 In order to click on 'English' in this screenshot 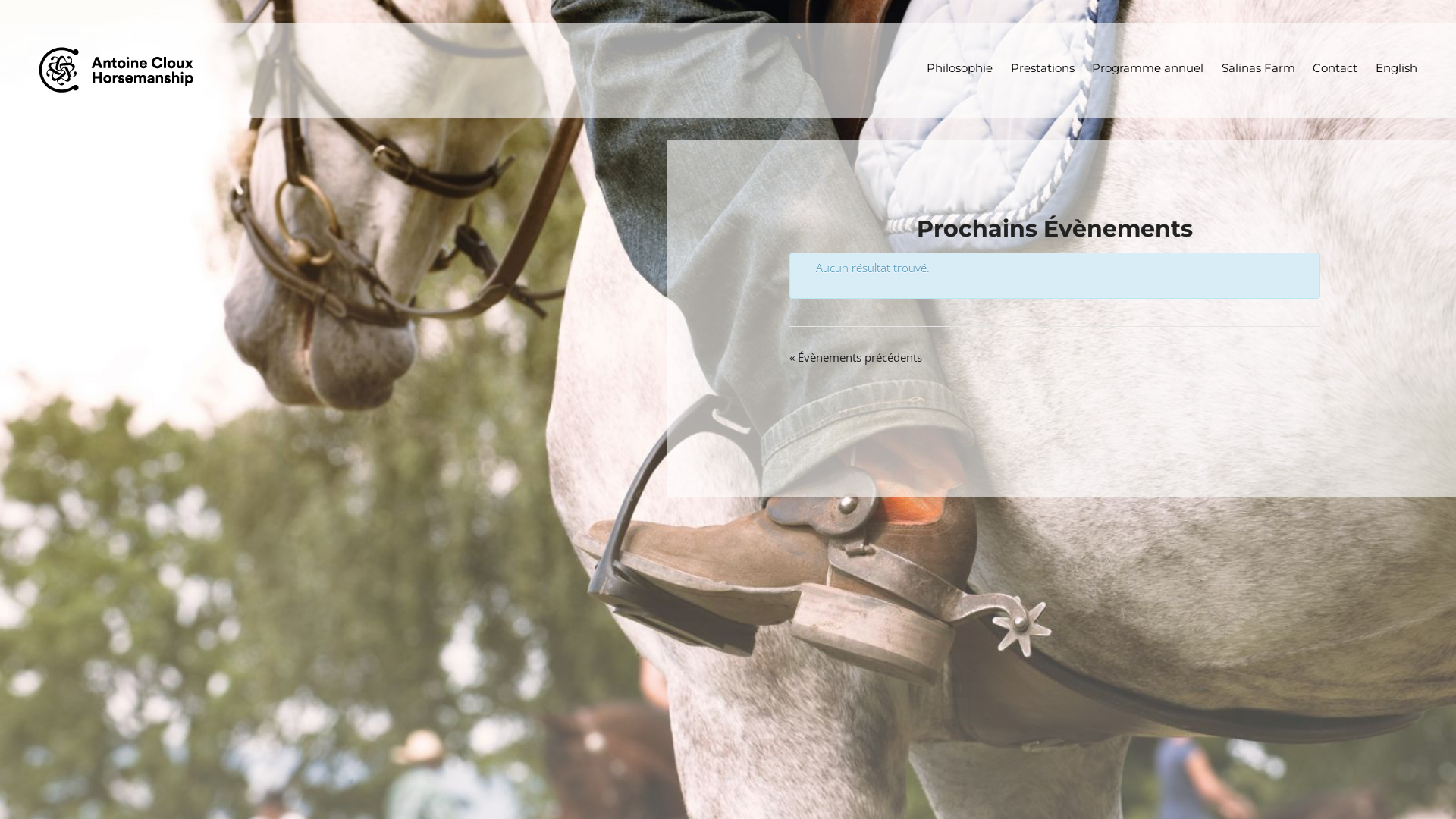, I will do `click(1395, 68)`.